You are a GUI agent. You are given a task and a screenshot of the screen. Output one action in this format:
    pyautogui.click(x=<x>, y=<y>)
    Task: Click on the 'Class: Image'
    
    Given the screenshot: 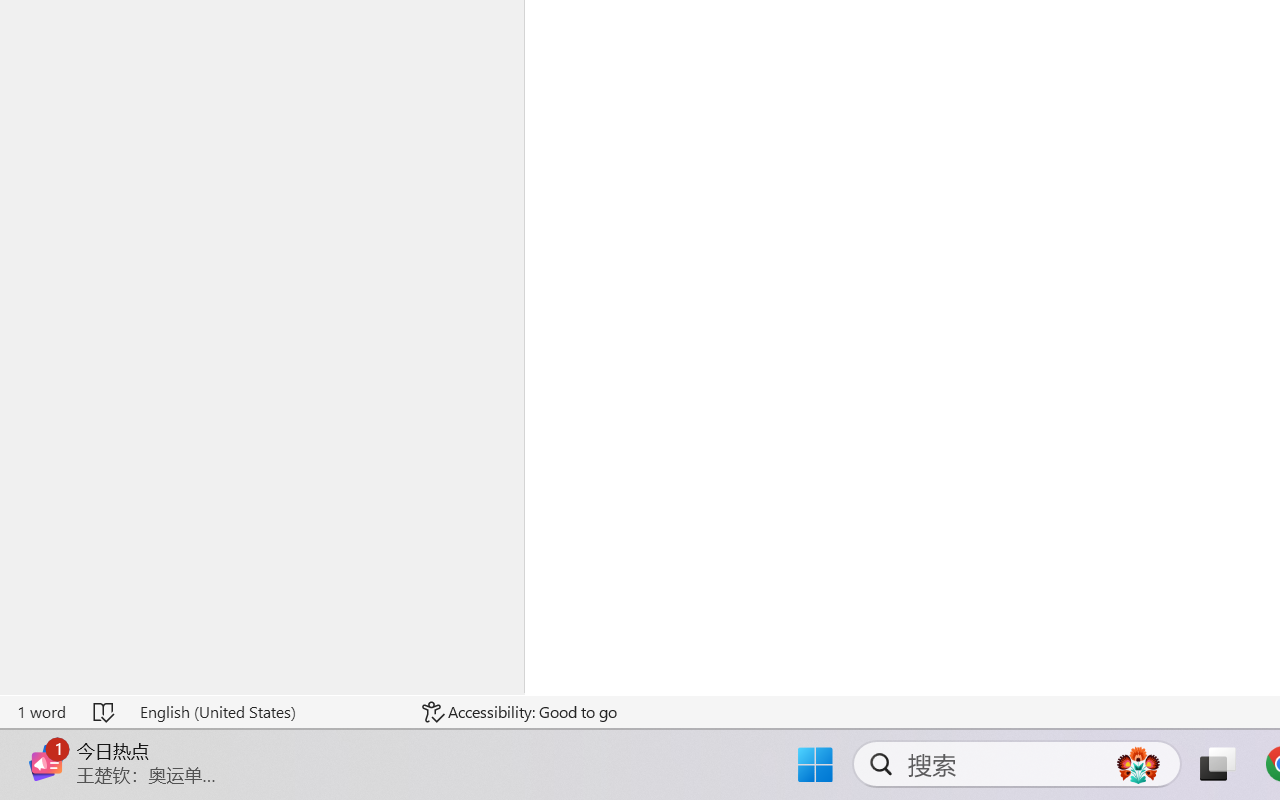 What is the action you would take?
    pyautogui.click(x=46, y=762)
    